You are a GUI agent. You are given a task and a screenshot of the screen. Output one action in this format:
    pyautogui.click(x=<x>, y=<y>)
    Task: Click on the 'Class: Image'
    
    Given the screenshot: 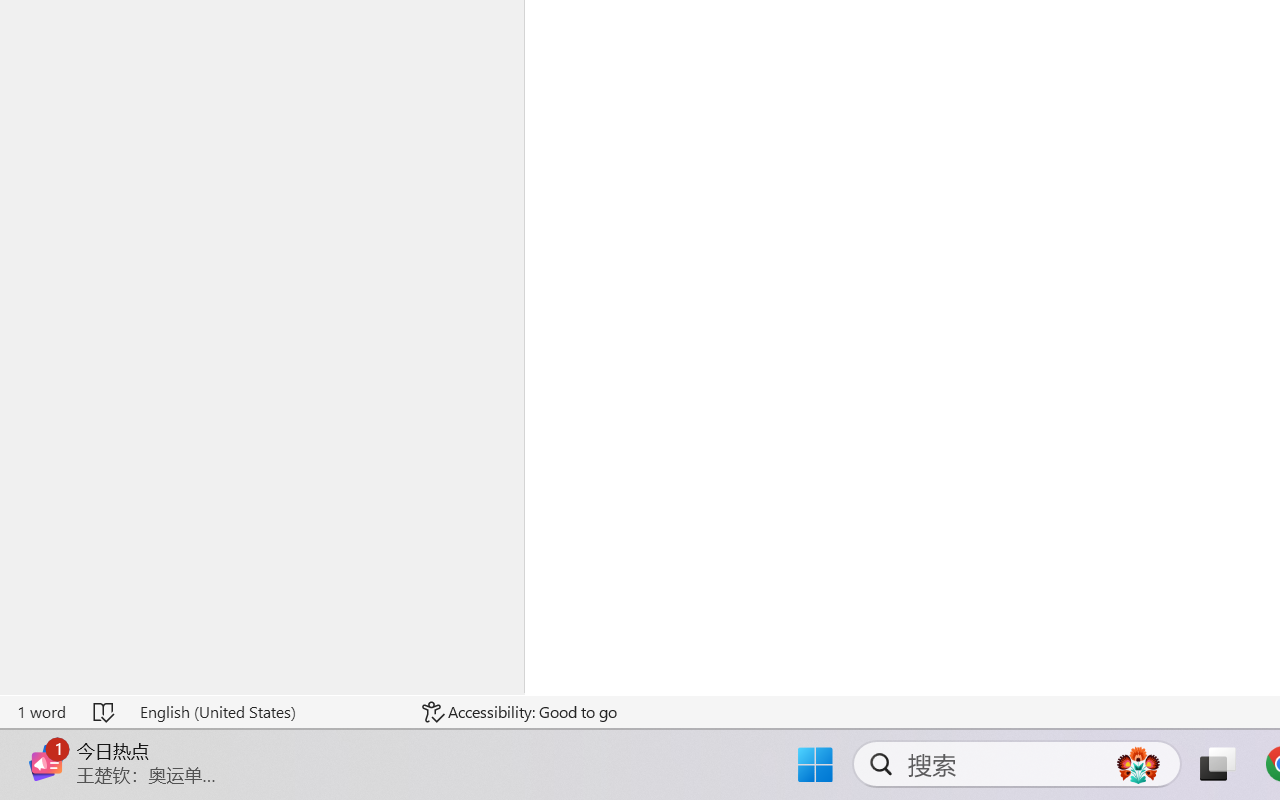 What is the action you would take?
    pyautogui.click(x=46, y=762)
    